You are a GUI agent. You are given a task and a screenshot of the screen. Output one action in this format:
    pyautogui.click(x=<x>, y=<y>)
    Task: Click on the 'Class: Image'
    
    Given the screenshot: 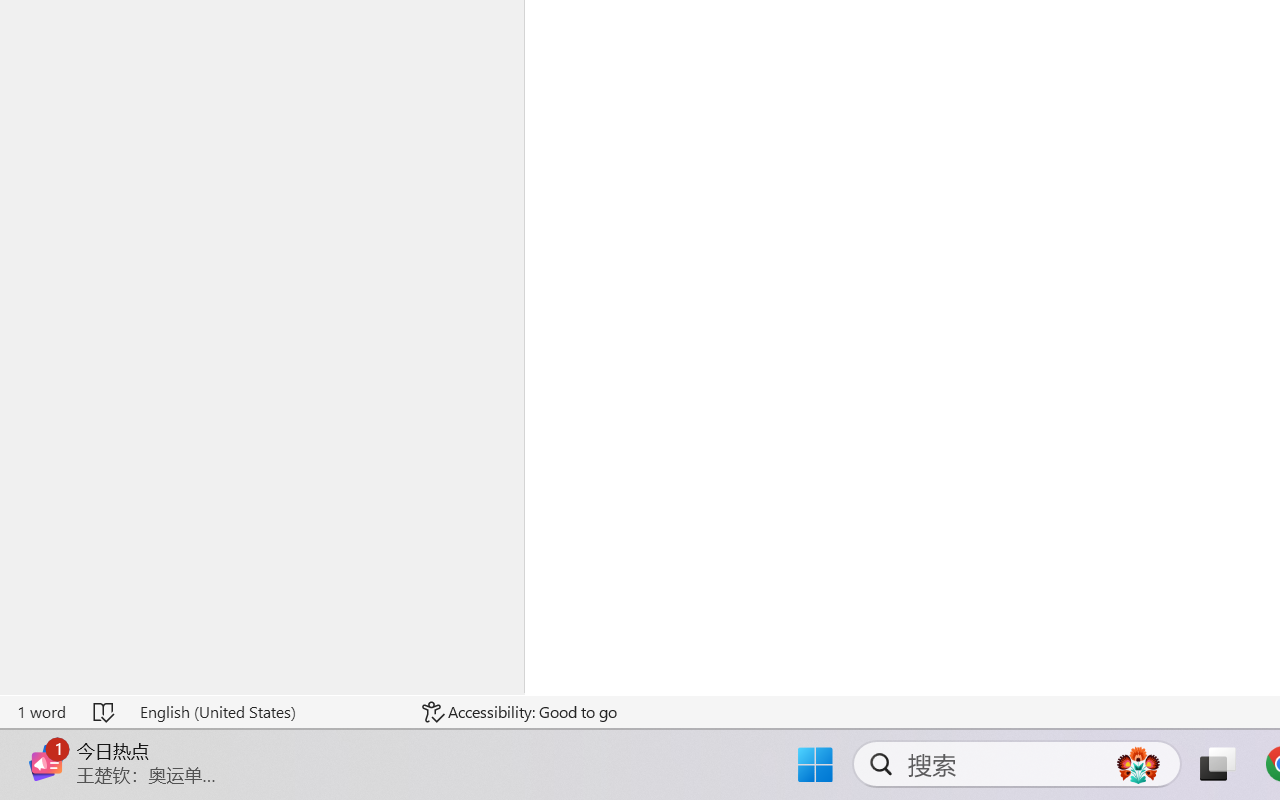 What is the action you would take?
    pyautogui.click(x=46, y=762)
    